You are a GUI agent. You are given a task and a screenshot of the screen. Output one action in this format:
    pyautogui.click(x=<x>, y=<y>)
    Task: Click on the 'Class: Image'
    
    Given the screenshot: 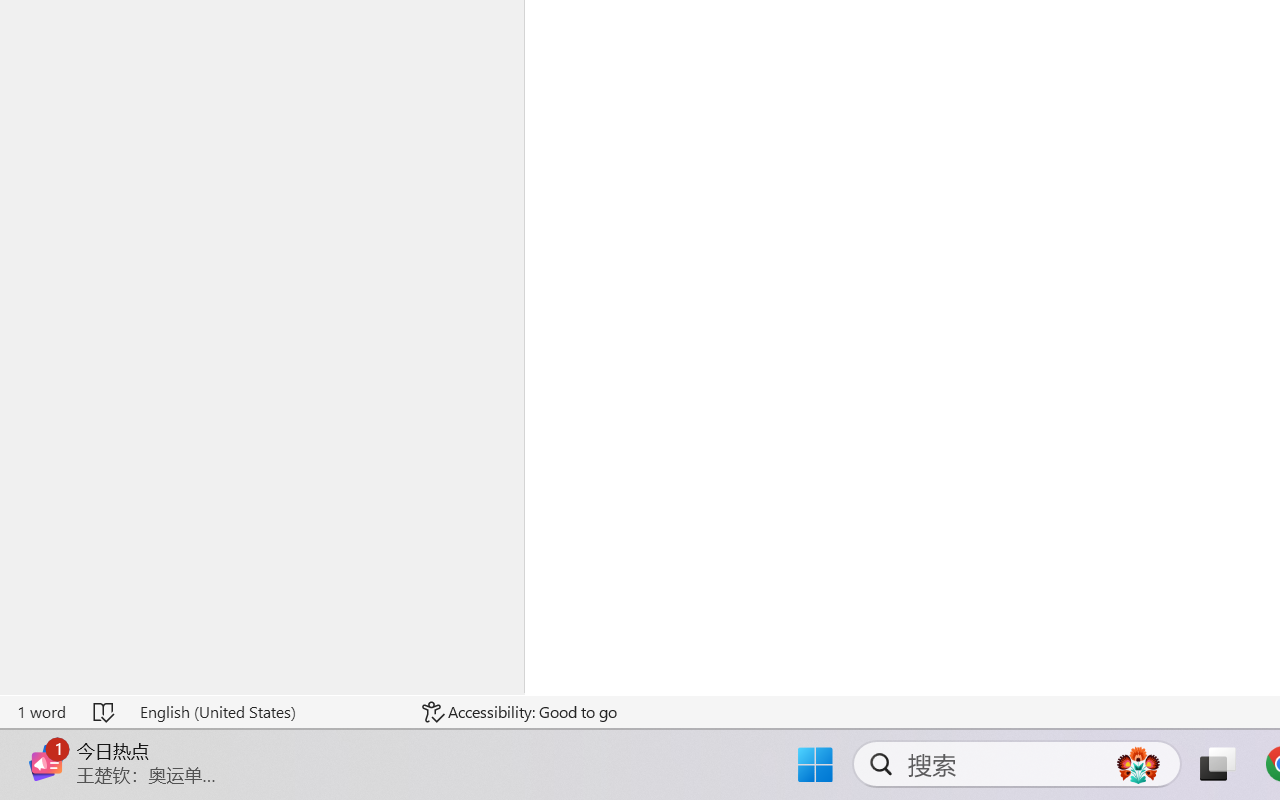 What is the action you would take?
    pyautogui.click(x=46, y=762)
    